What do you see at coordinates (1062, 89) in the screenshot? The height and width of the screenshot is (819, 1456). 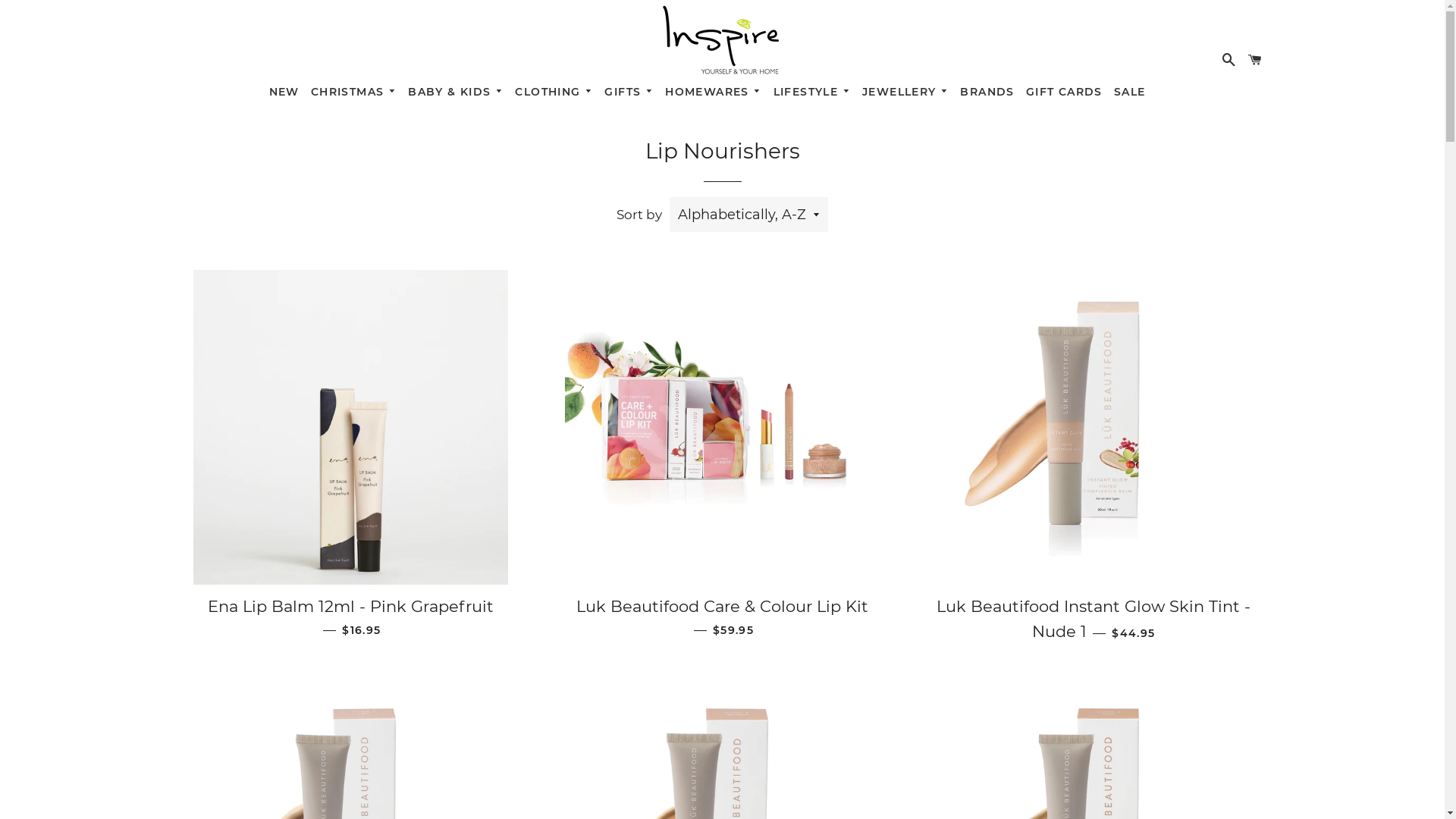 I see `'GIFT CARDS'` at bounding box center [1062, 89].